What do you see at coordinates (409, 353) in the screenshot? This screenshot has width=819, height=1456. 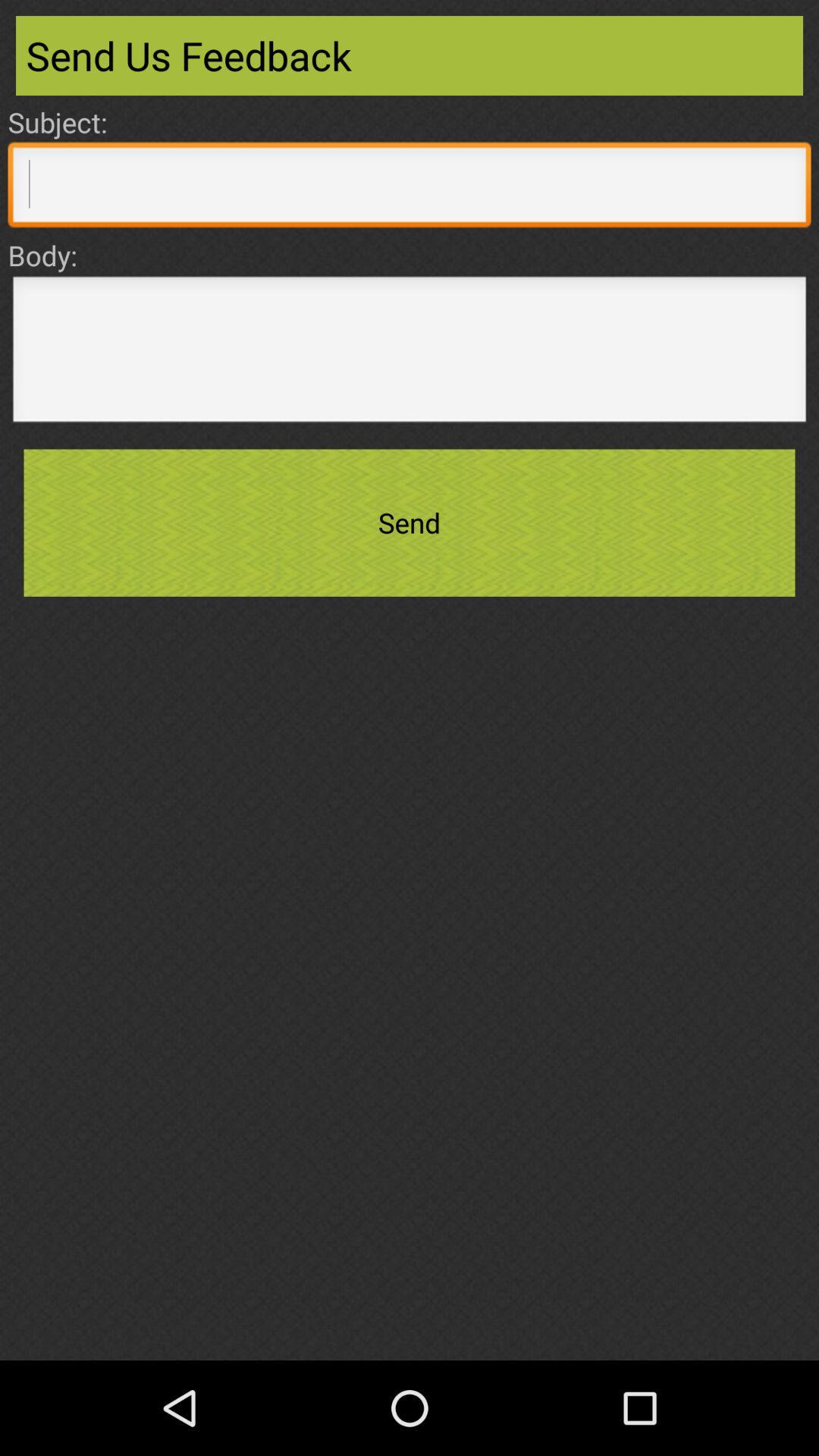 I see `input text` at bounding box center [409, 353].